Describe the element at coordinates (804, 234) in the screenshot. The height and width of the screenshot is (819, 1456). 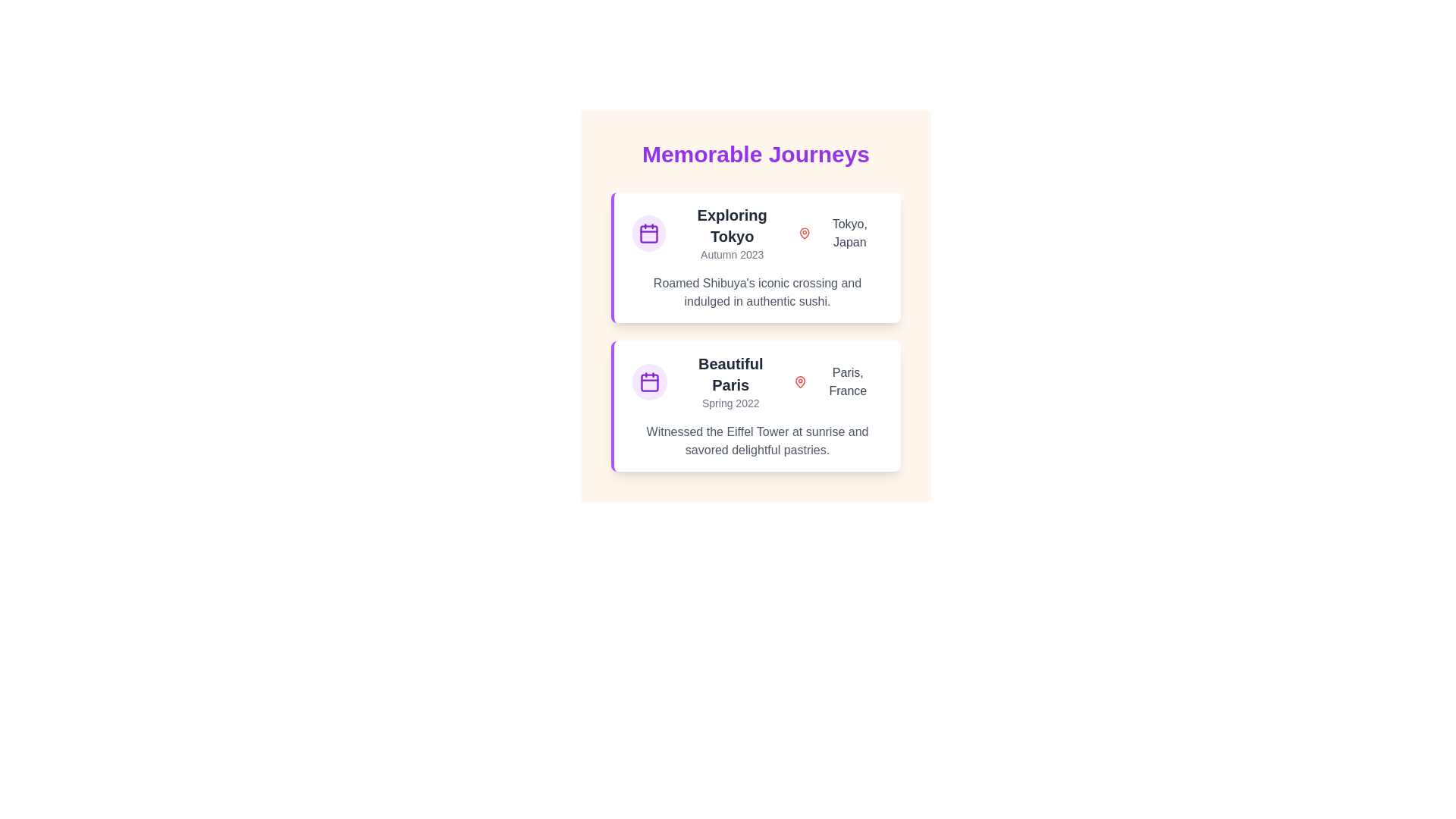
I see `the red map pin icon located in the top right corner of the 'Exploring Tokyo' card, positioned to the left of the text 'Tokyo, Japan'` at that location.